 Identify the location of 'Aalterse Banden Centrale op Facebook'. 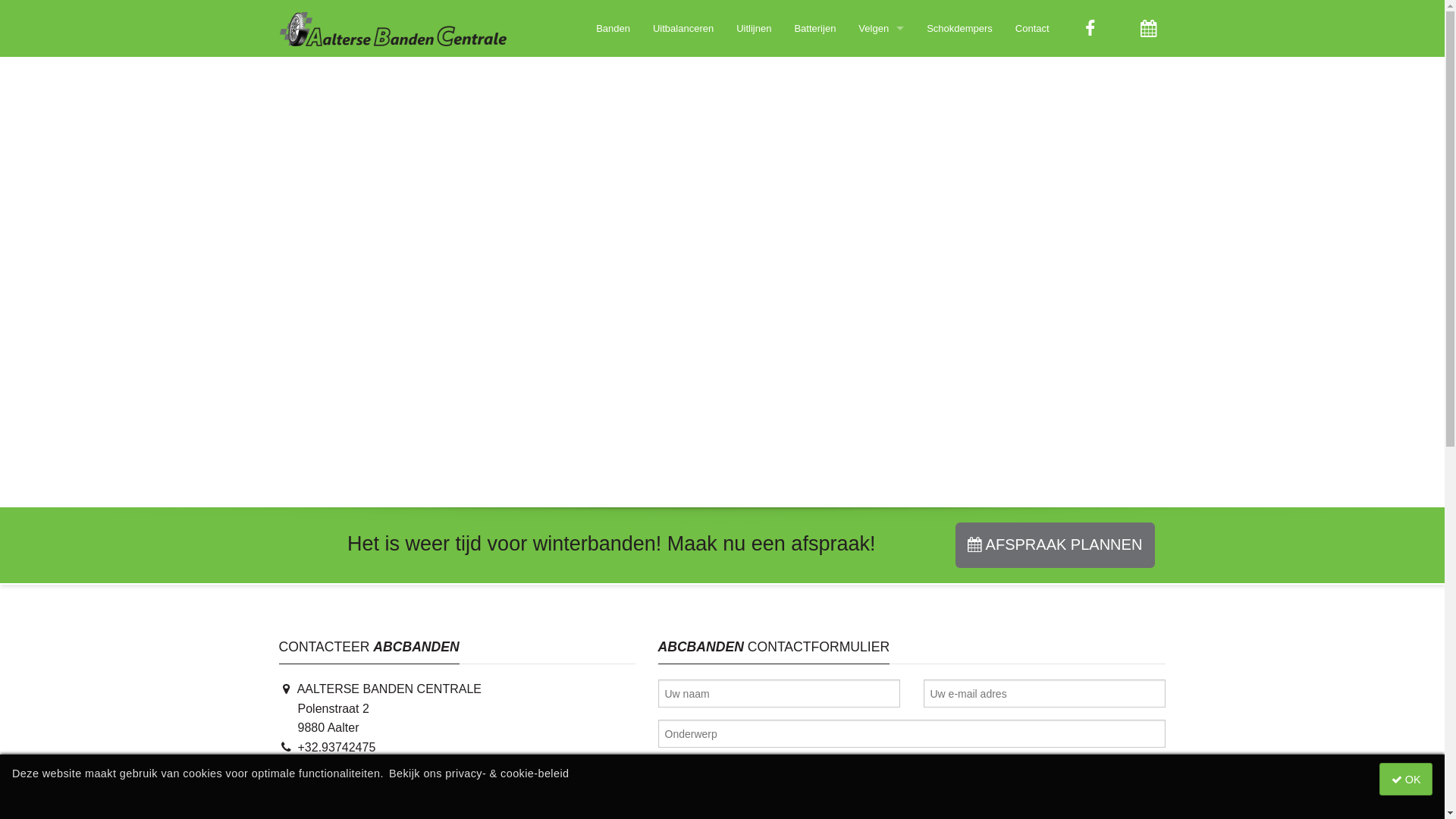
(1089, 29).